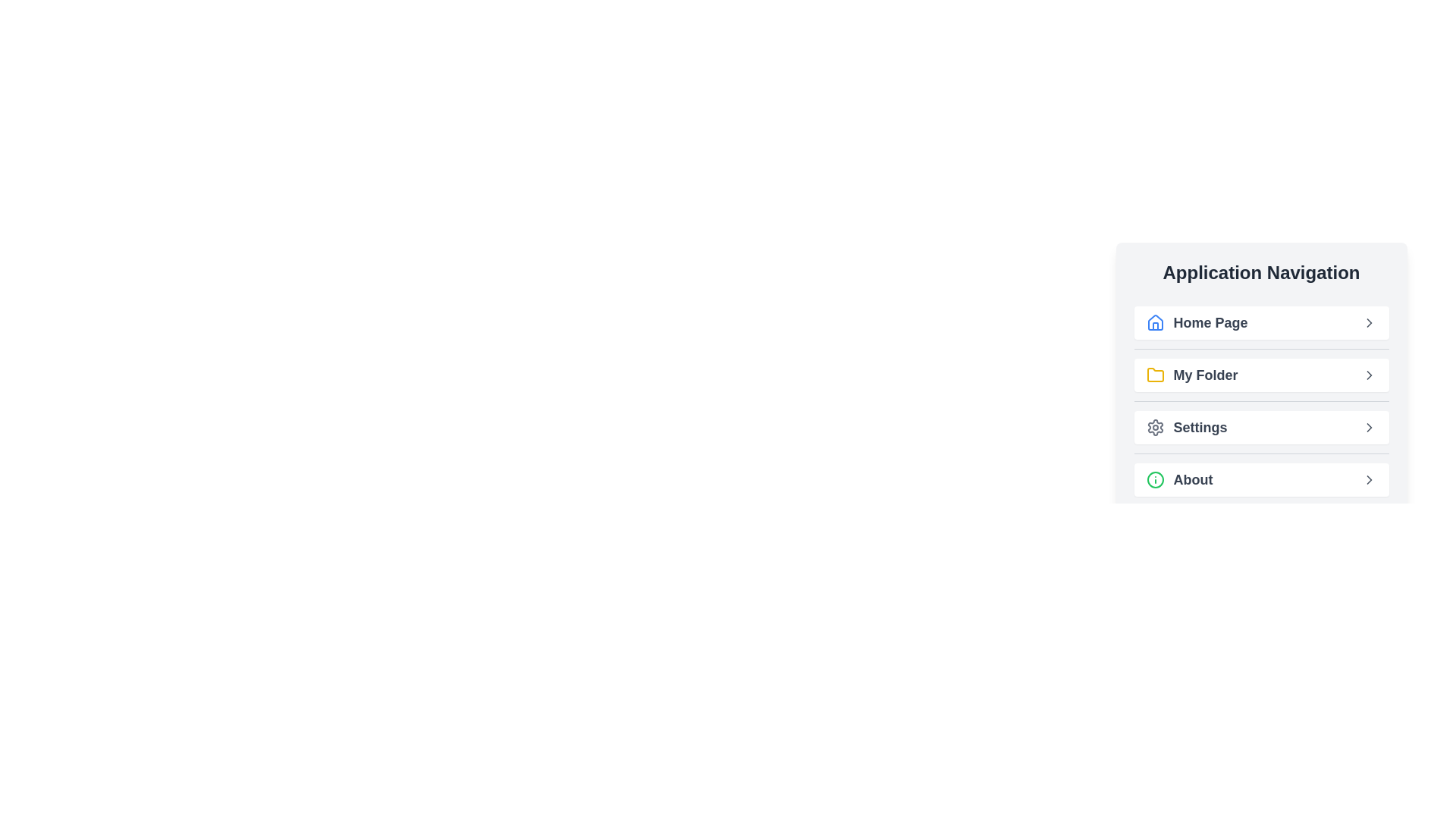 Image resolution: width=1456 pixels, height=819 pixels. I want to click on the third navigation menu item titled 'Settings' in the 'Application Navigation' menu, so click(1261, 427).